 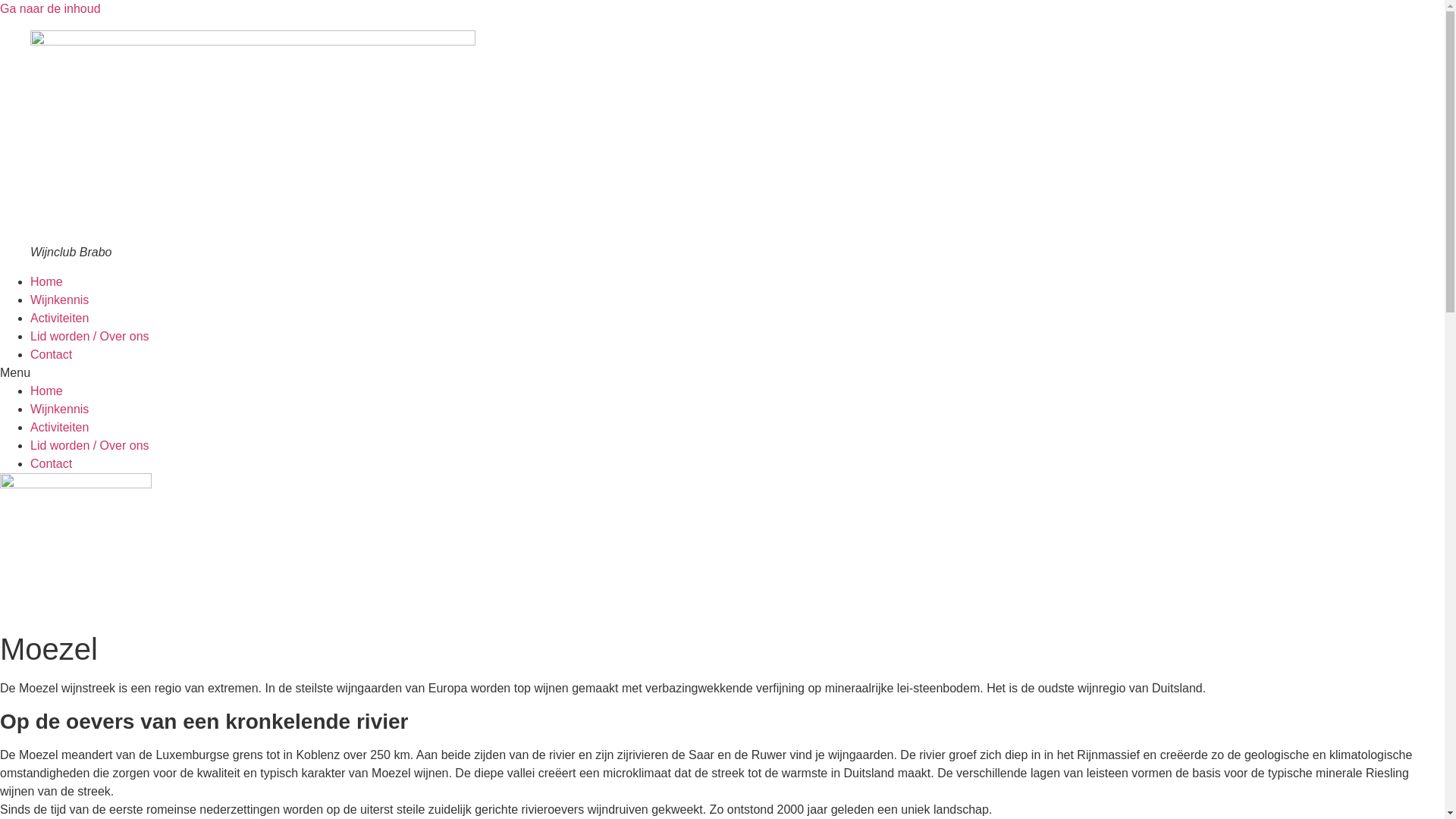 What do you see at coordinates (51, 354) in the screenshot?
I see `'Contact'` at bounding box center [51, 354].